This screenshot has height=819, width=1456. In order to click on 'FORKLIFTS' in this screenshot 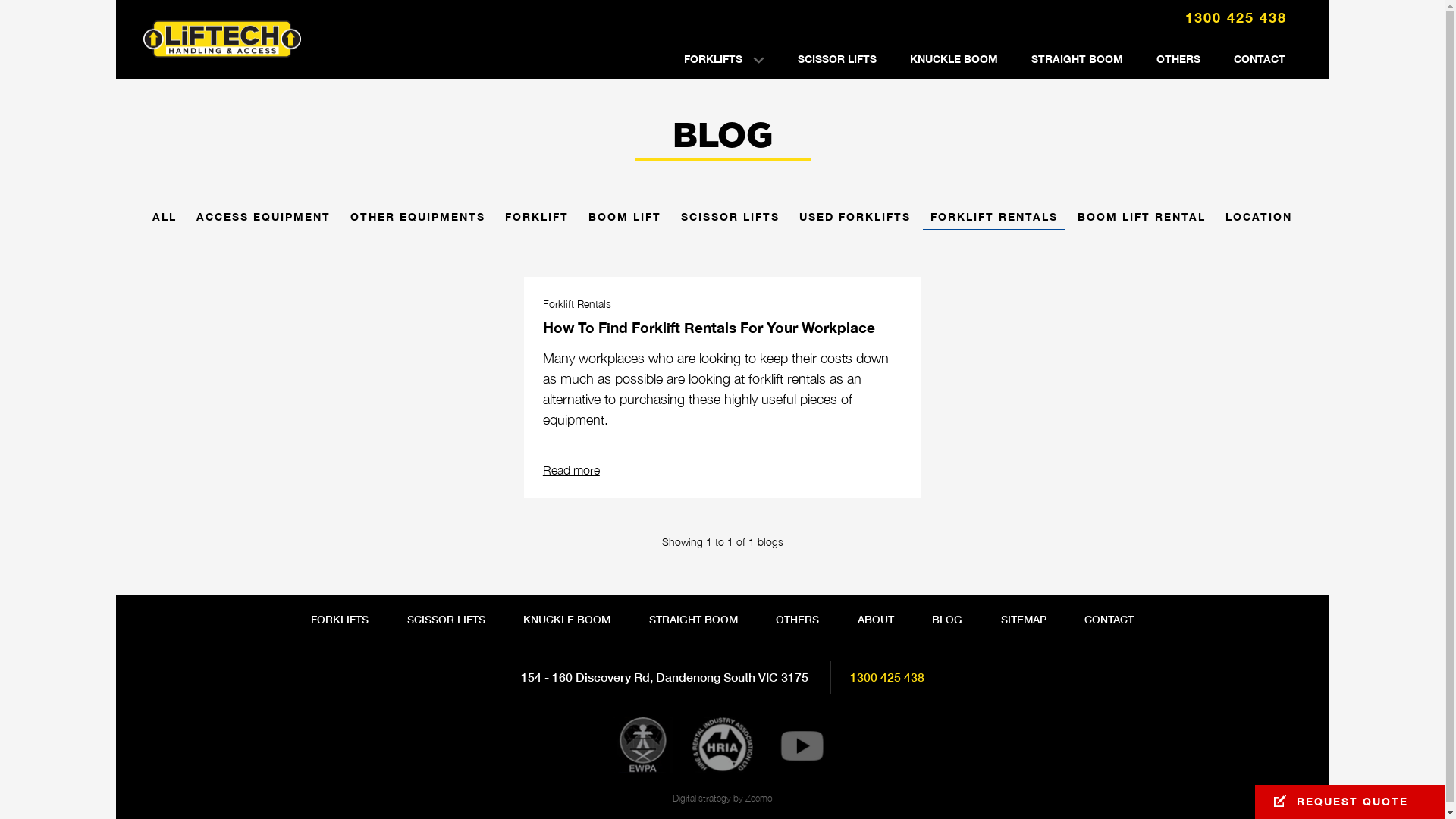, I will do `click(723, 58)`.